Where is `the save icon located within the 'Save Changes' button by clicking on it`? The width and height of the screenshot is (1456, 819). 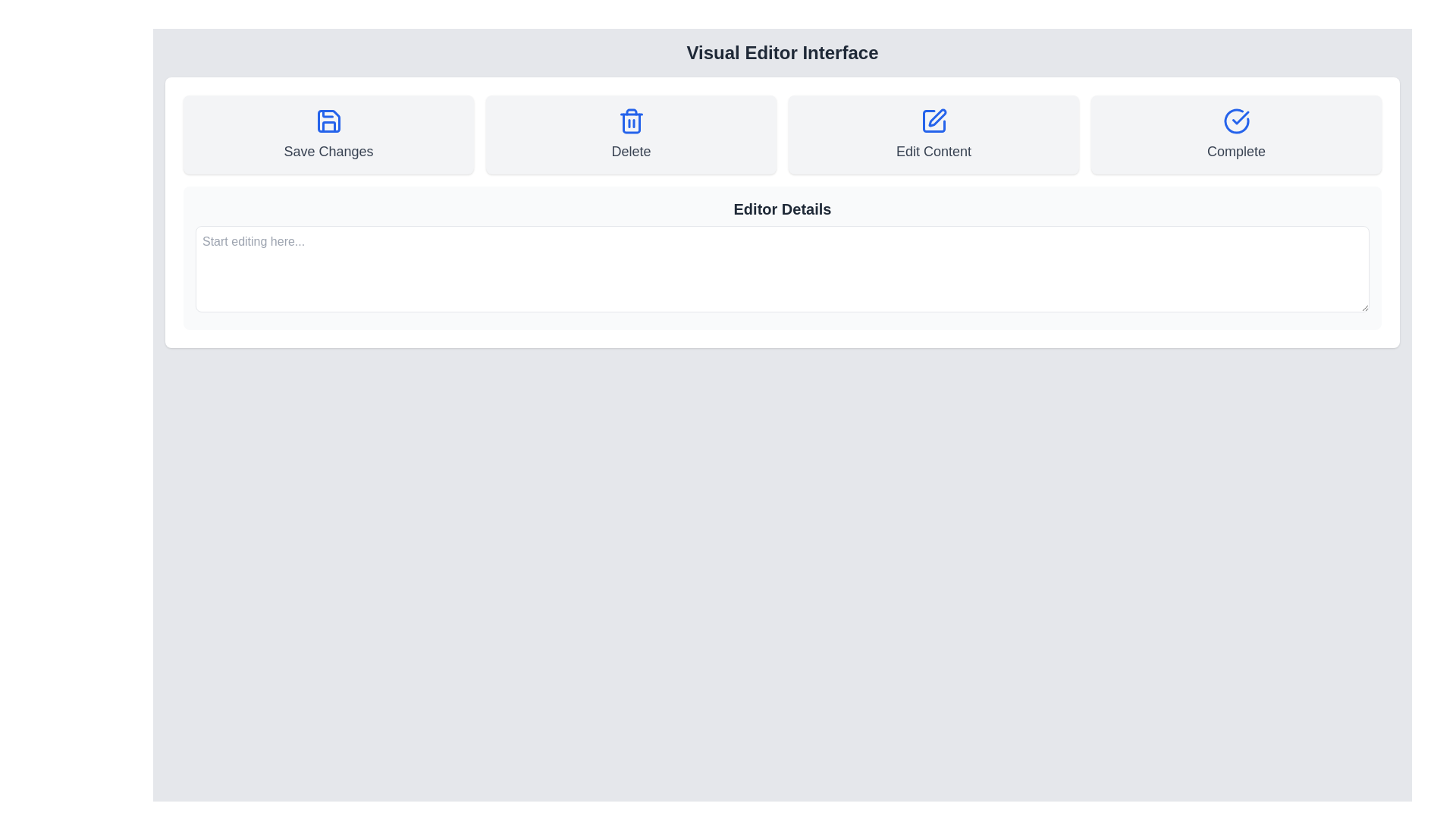 the save icon located within the 'Save Changes' button by clicking on it is located at coordinates (328, 120).